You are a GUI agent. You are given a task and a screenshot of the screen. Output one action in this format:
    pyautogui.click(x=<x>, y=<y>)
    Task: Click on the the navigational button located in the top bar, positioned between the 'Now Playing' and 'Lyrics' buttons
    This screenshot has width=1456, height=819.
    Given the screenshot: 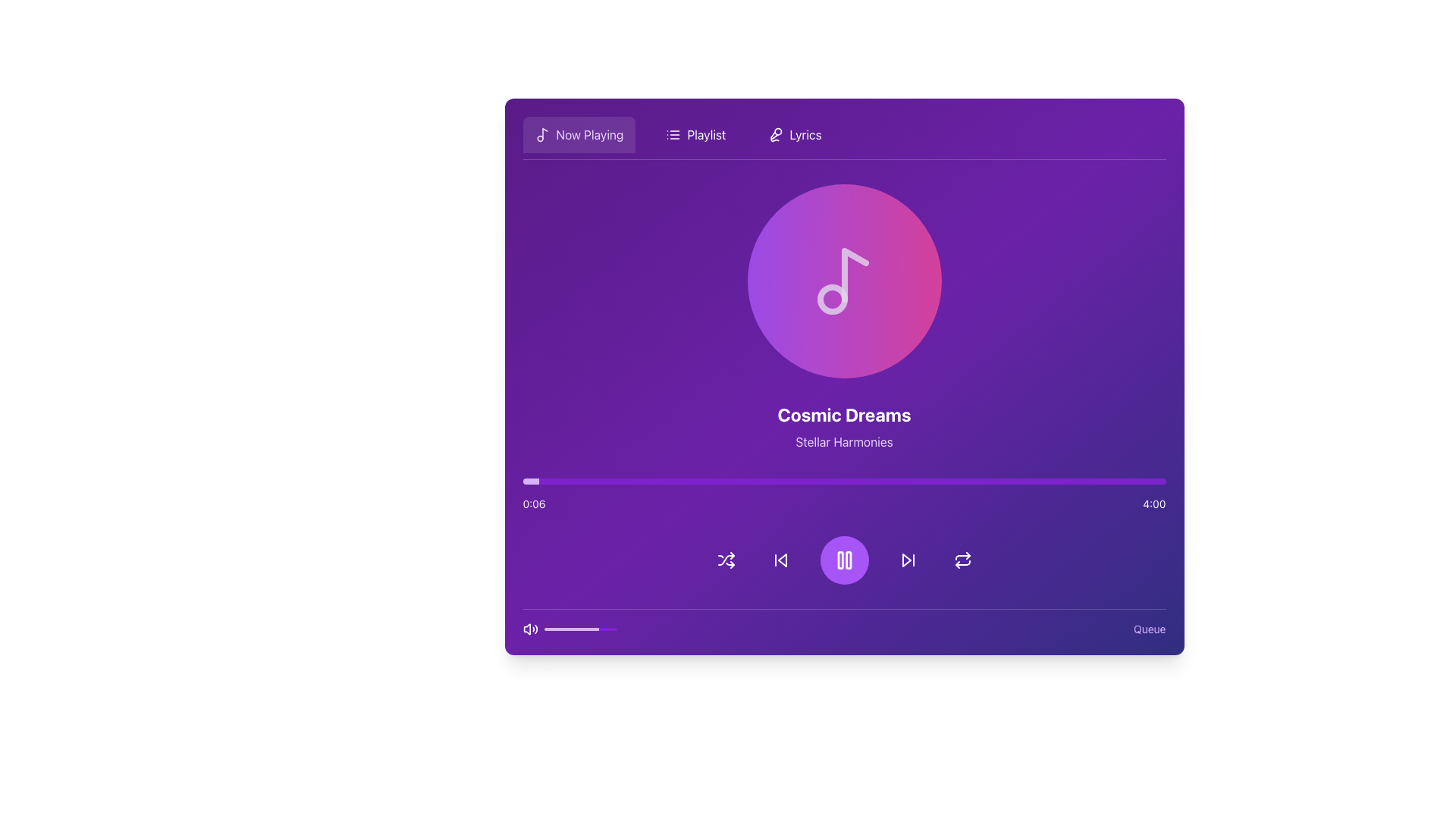 What is the action you would take?
    pyautogui.click(x=695, y=133)
    